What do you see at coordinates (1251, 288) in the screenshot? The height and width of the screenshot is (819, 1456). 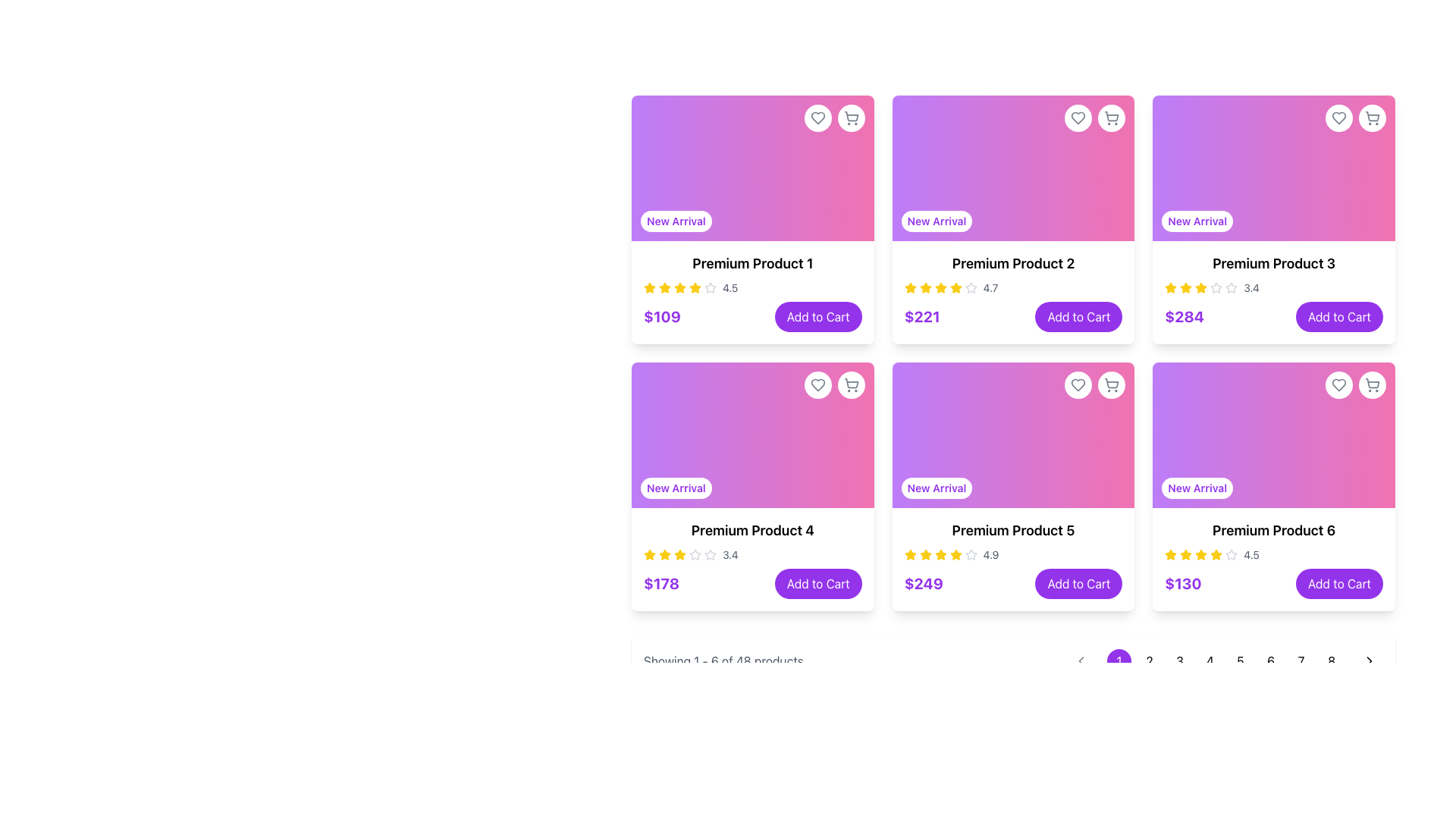 I see `numerical rating displayed in the gray text label showing a value of '3.4', located in the fourth card of a 3x2 grid layout` at bounding box center [1251, 288].